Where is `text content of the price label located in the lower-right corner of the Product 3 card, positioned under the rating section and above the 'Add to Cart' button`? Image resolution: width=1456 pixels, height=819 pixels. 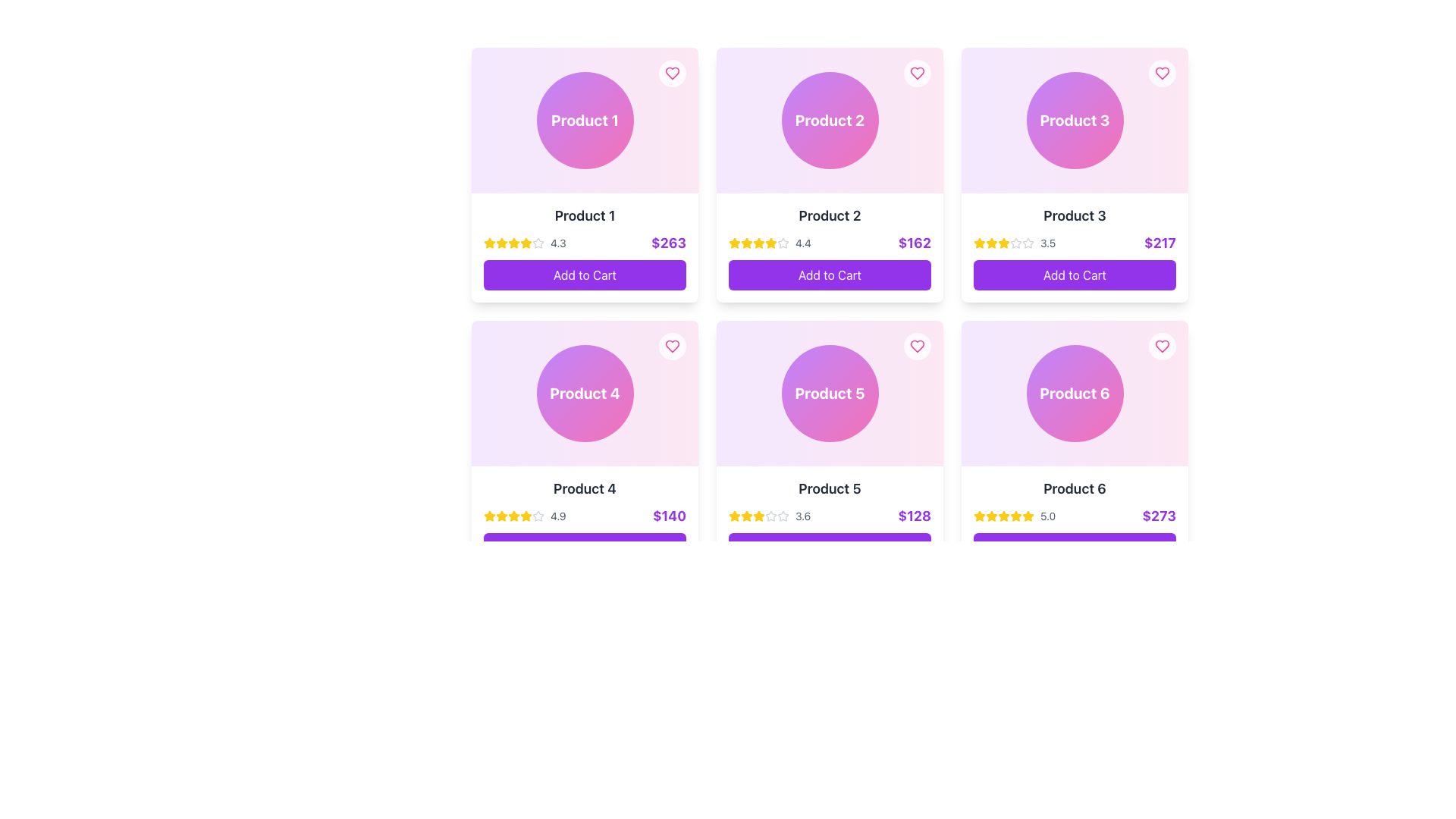 text content of the price label located in the lower-right corner of the Product 3 card, positioned under the rating section and above the 'Add to Cart' button is located at coordinates (1159, 242).